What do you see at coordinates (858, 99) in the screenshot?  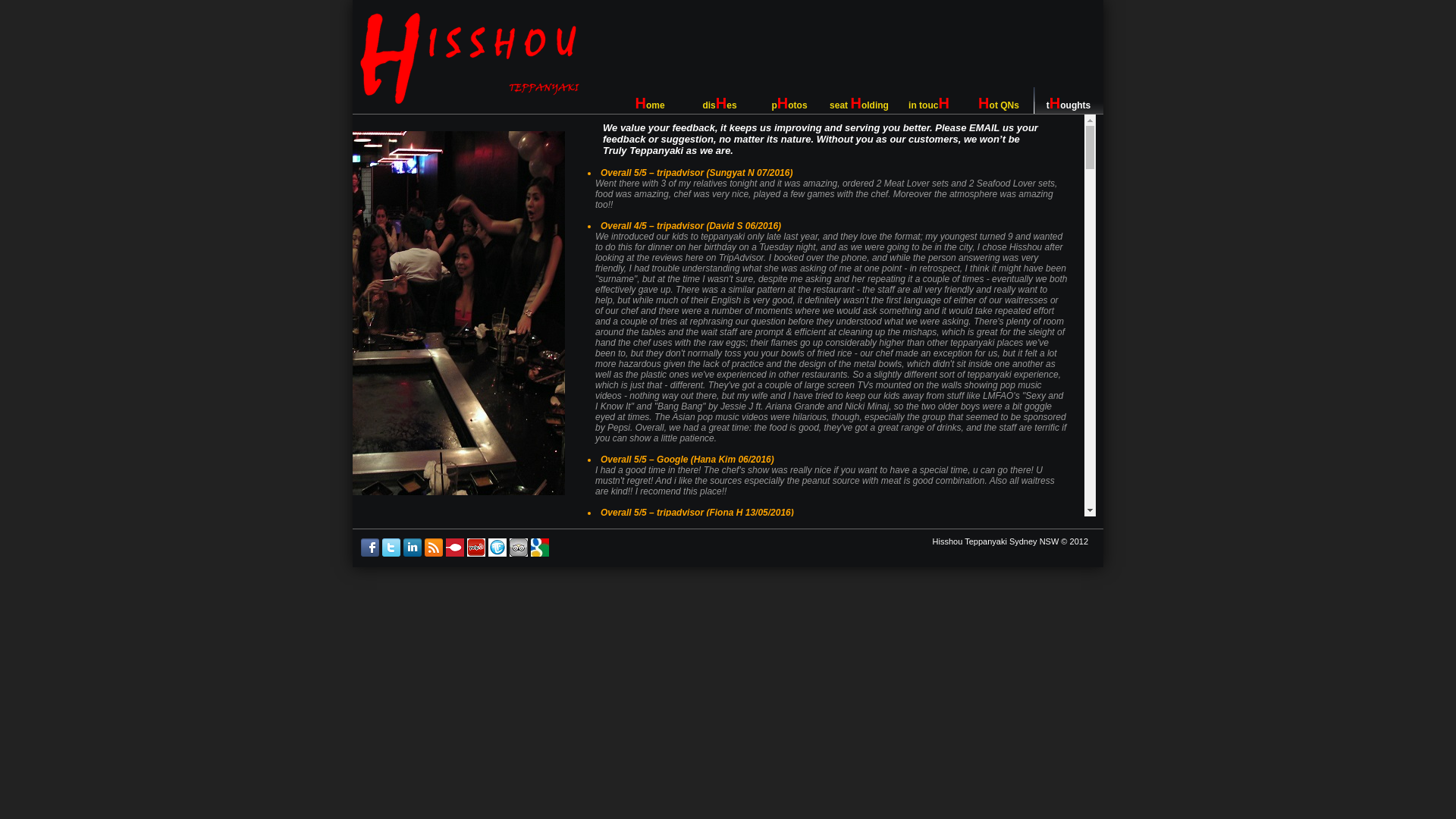 I see `'seat Holding'` at bounding box center [858, 99].